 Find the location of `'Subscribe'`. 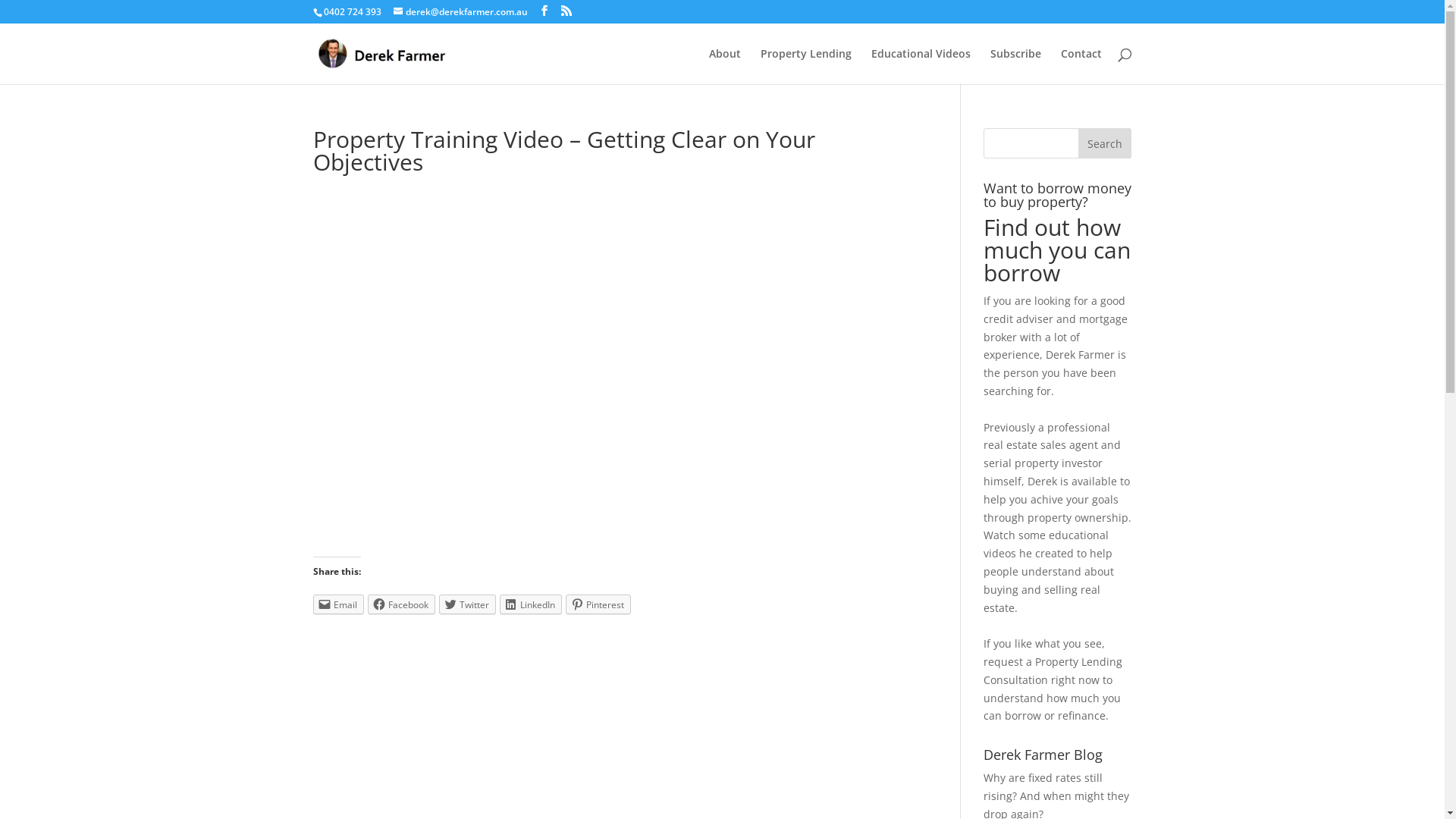

'Subscribe' is located at coordinates (1015, 65).